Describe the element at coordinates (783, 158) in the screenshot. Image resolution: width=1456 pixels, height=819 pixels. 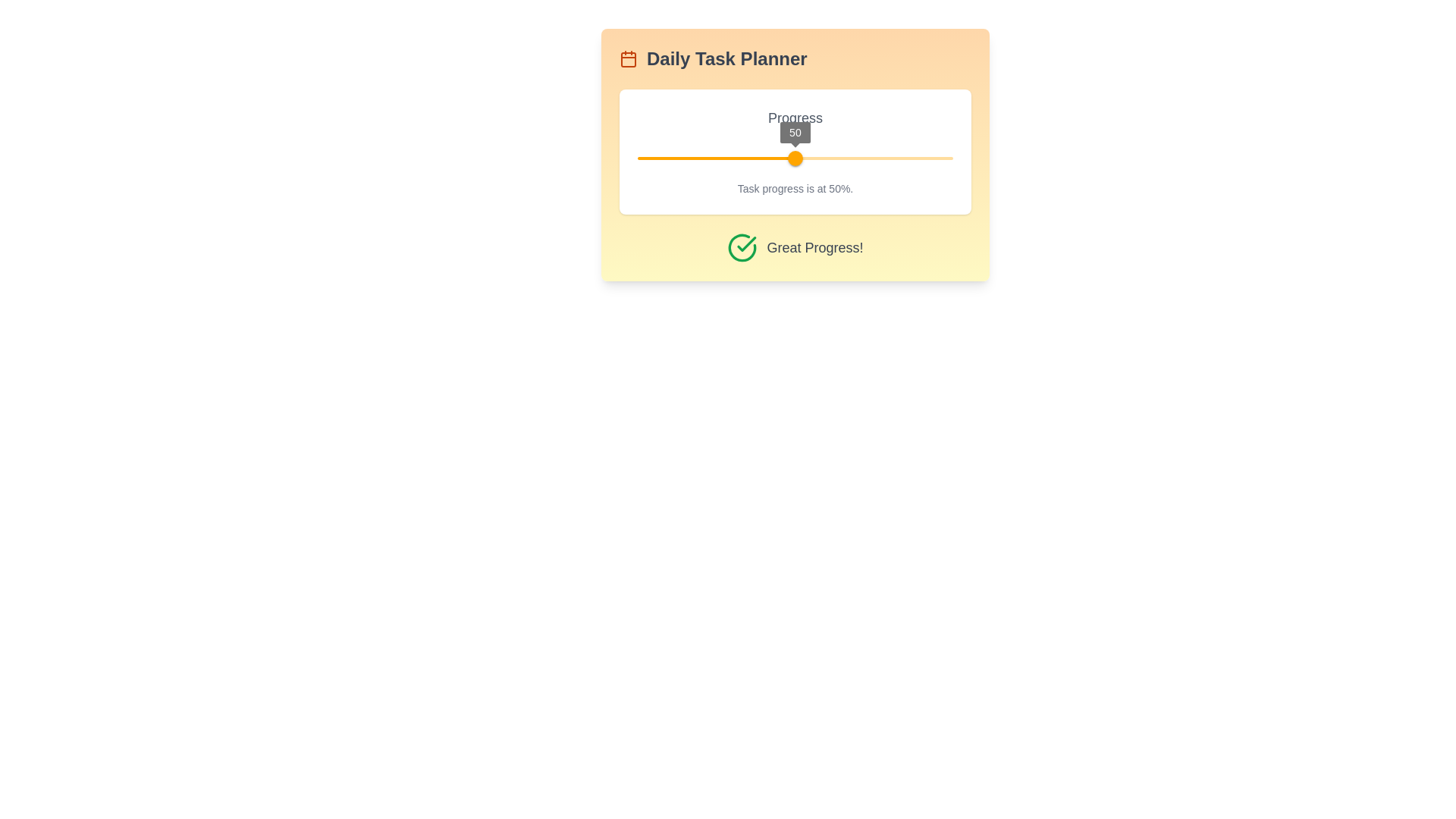
I see `the progress value` at that location.